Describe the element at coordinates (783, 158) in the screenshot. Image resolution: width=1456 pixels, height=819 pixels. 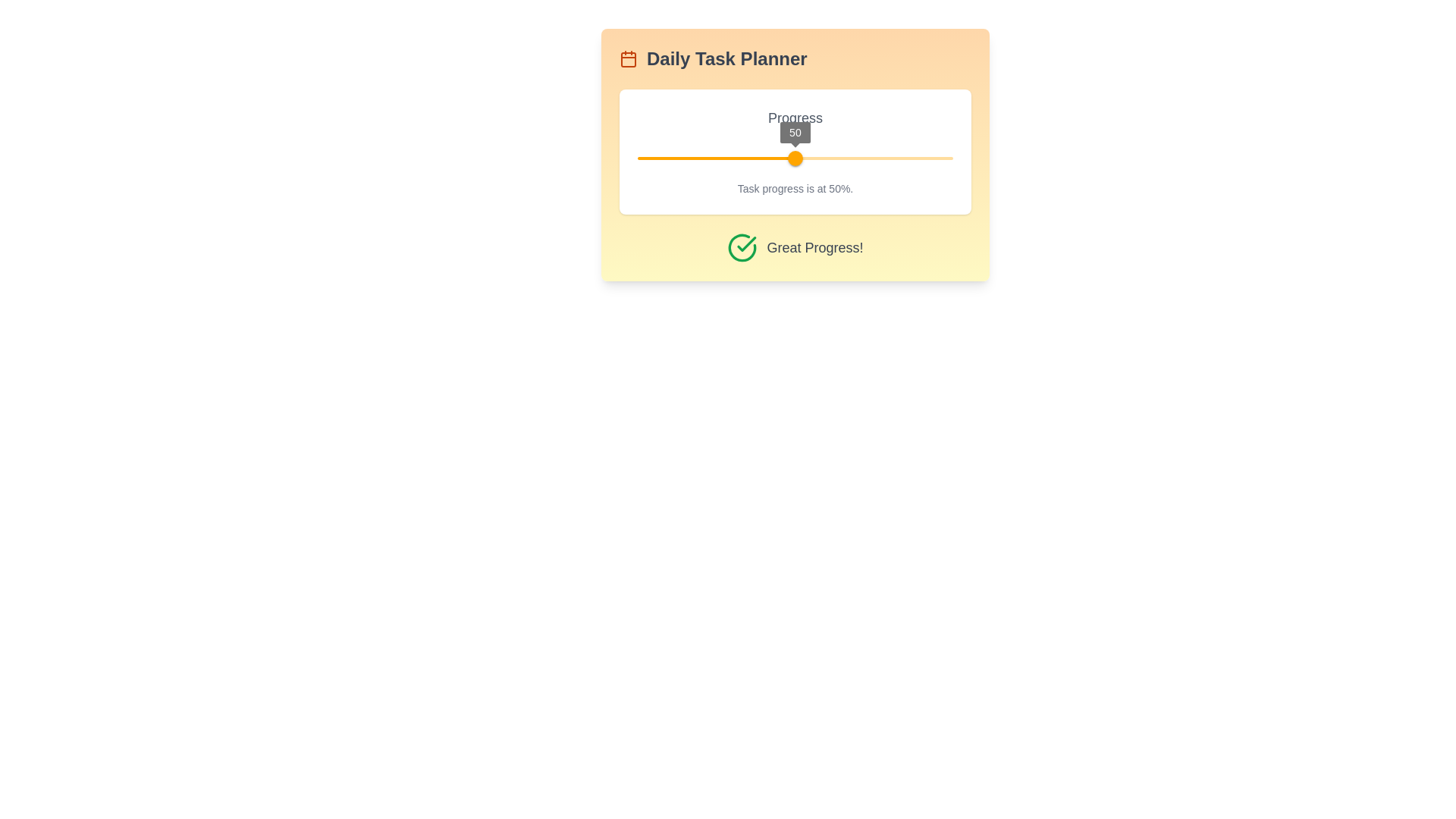
I see `the progress value` at that location.